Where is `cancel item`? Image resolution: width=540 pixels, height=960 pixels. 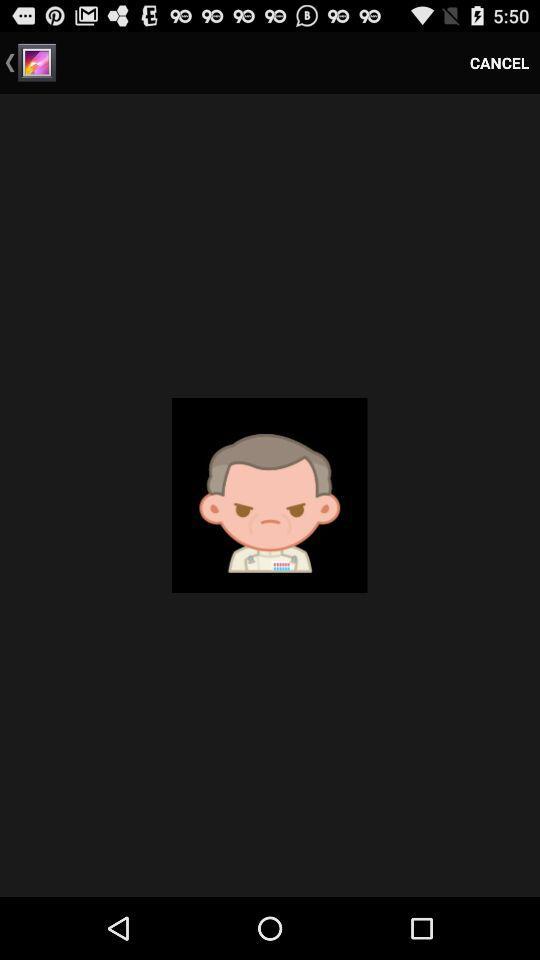
cancel item is located at coordinates (498, 62).